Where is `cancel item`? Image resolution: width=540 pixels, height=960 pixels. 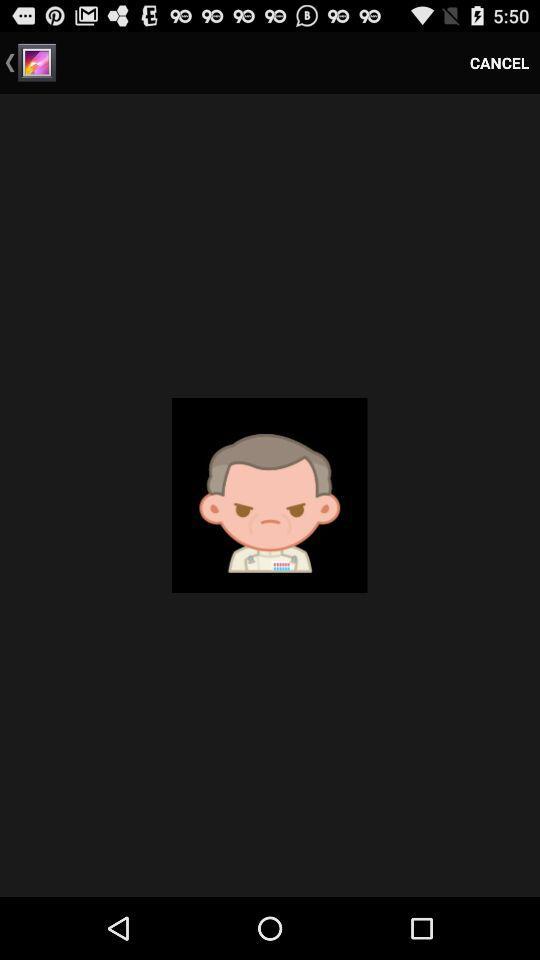
cancel item is located at coordinates (498, 62).